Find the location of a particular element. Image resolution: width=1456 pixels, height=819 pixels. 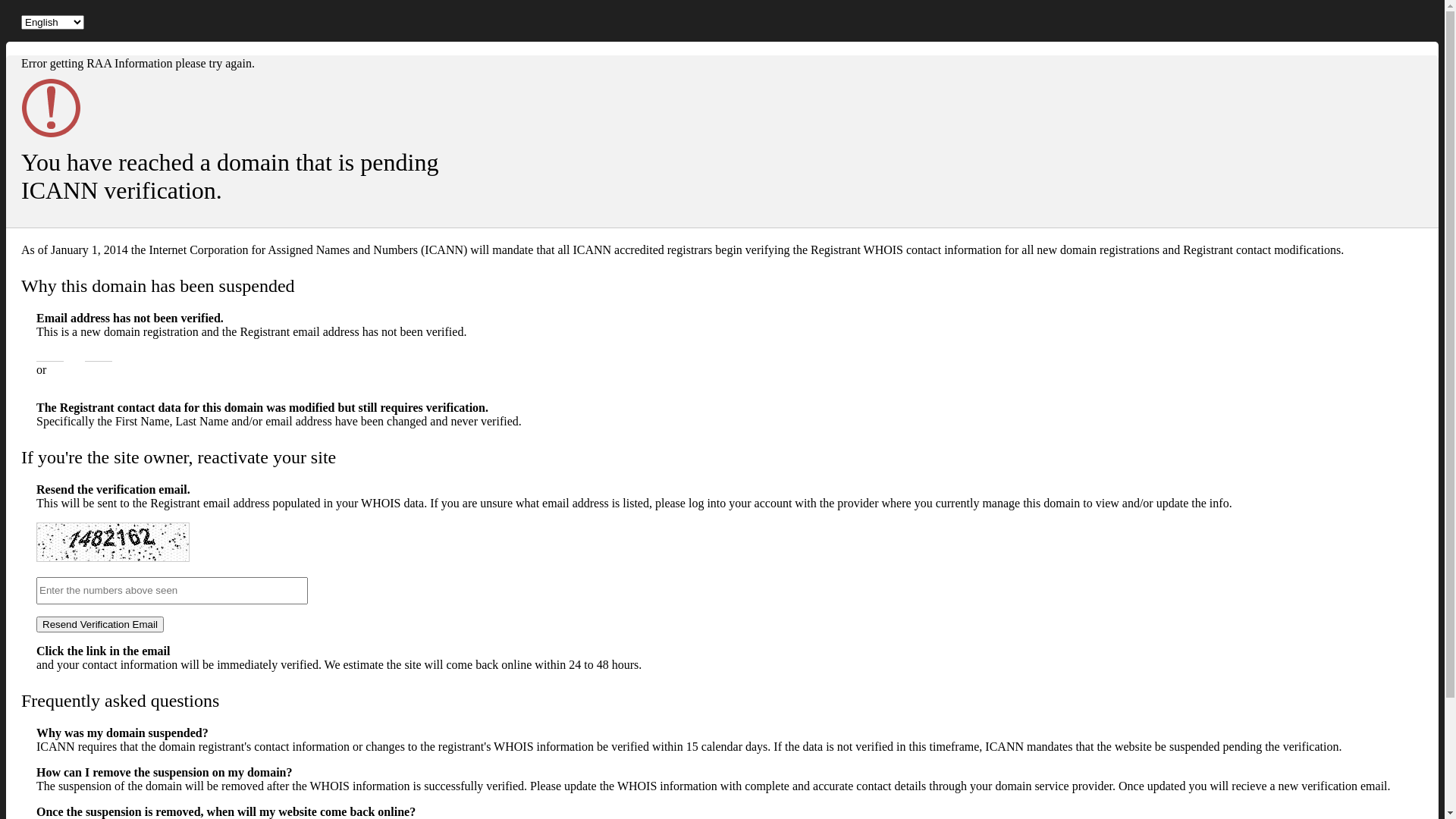

'Resend Verification Email' is located at coordinates (99, 624).